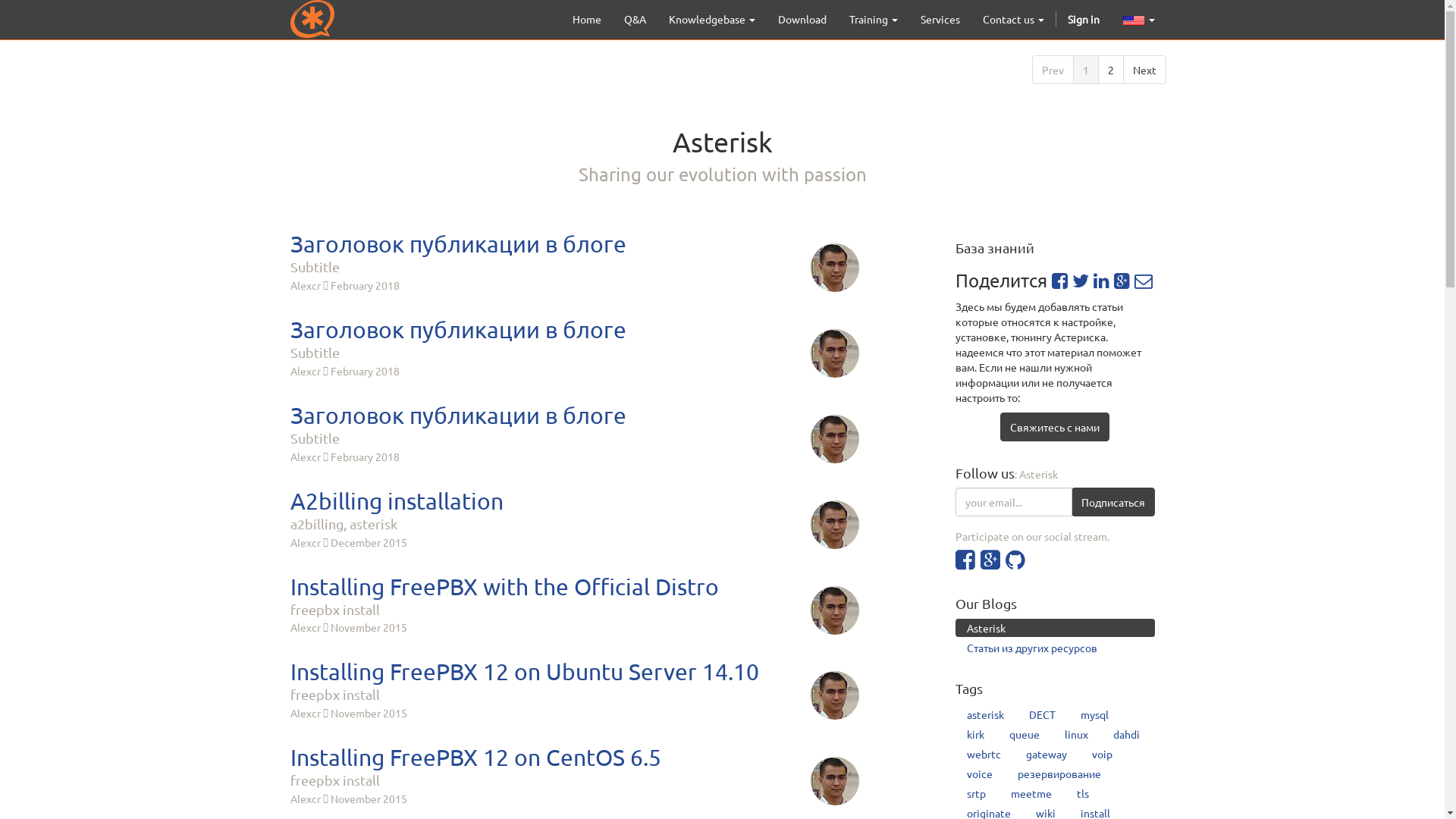 This screenshot has height=819, width=1456. What do you see at coordinates (1046, 754) in the screenshot?
I see `'gateway'` at bounding box center [1046, 754].